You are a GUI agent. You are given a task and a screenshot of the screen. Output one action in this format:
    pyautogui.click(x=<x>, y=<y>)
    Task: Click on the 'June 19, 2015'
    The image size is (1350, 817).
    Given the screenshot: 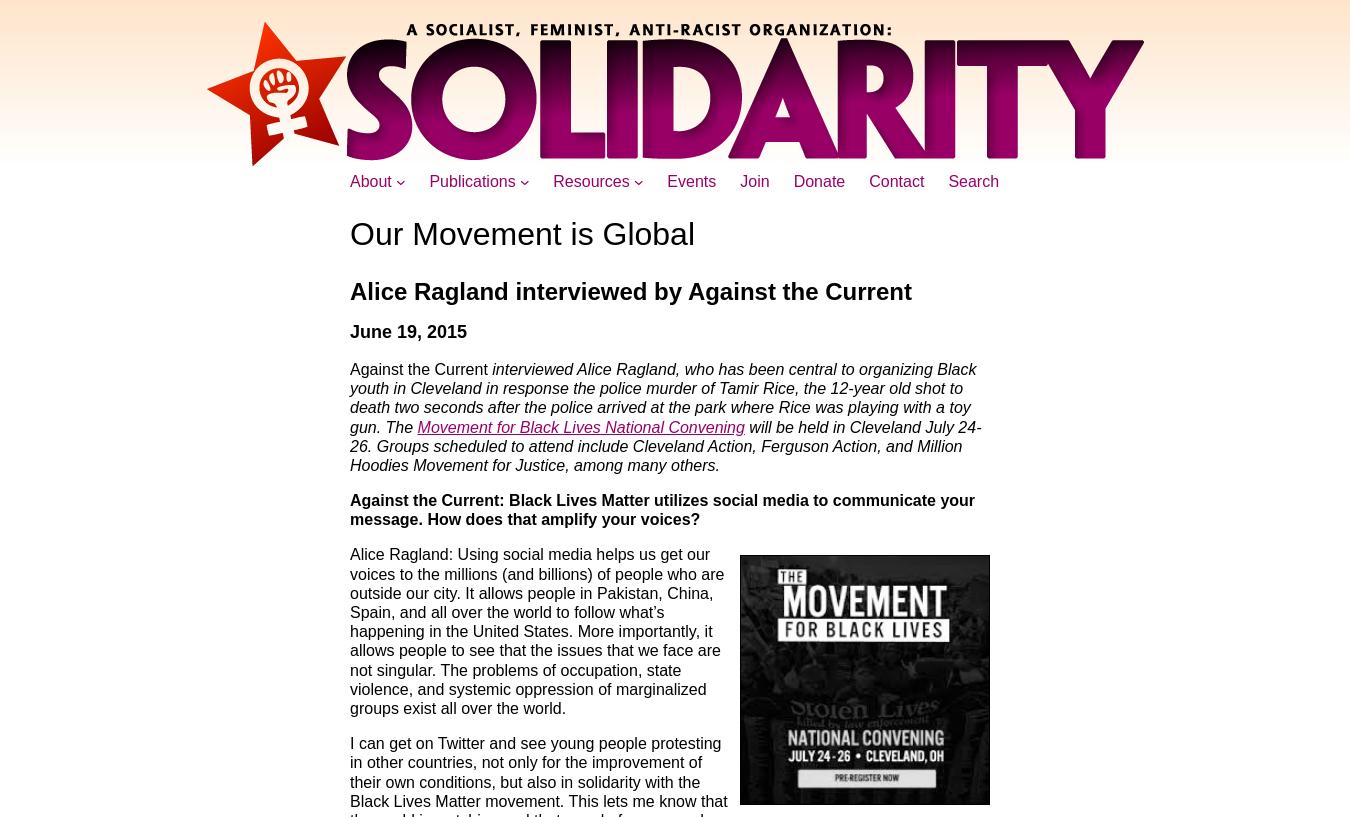 What is the action you would take?
    pyautogui.click(x=408, y=331)
    